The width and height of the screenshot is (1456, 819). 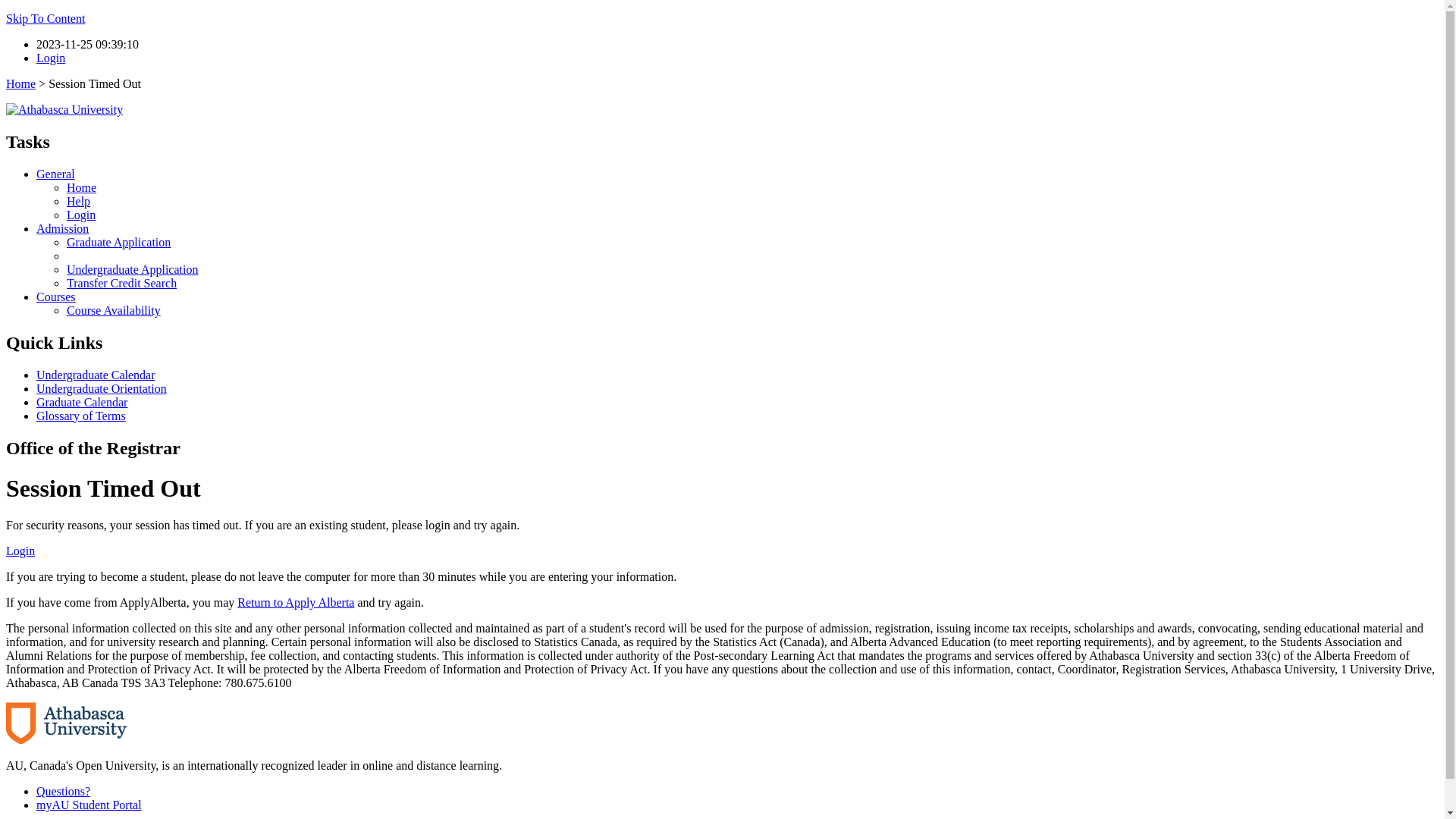 What do you see at coordinates (65, 241) in the screenshot?
I see `'Graduate Application'` at bounding box center [65, 241].